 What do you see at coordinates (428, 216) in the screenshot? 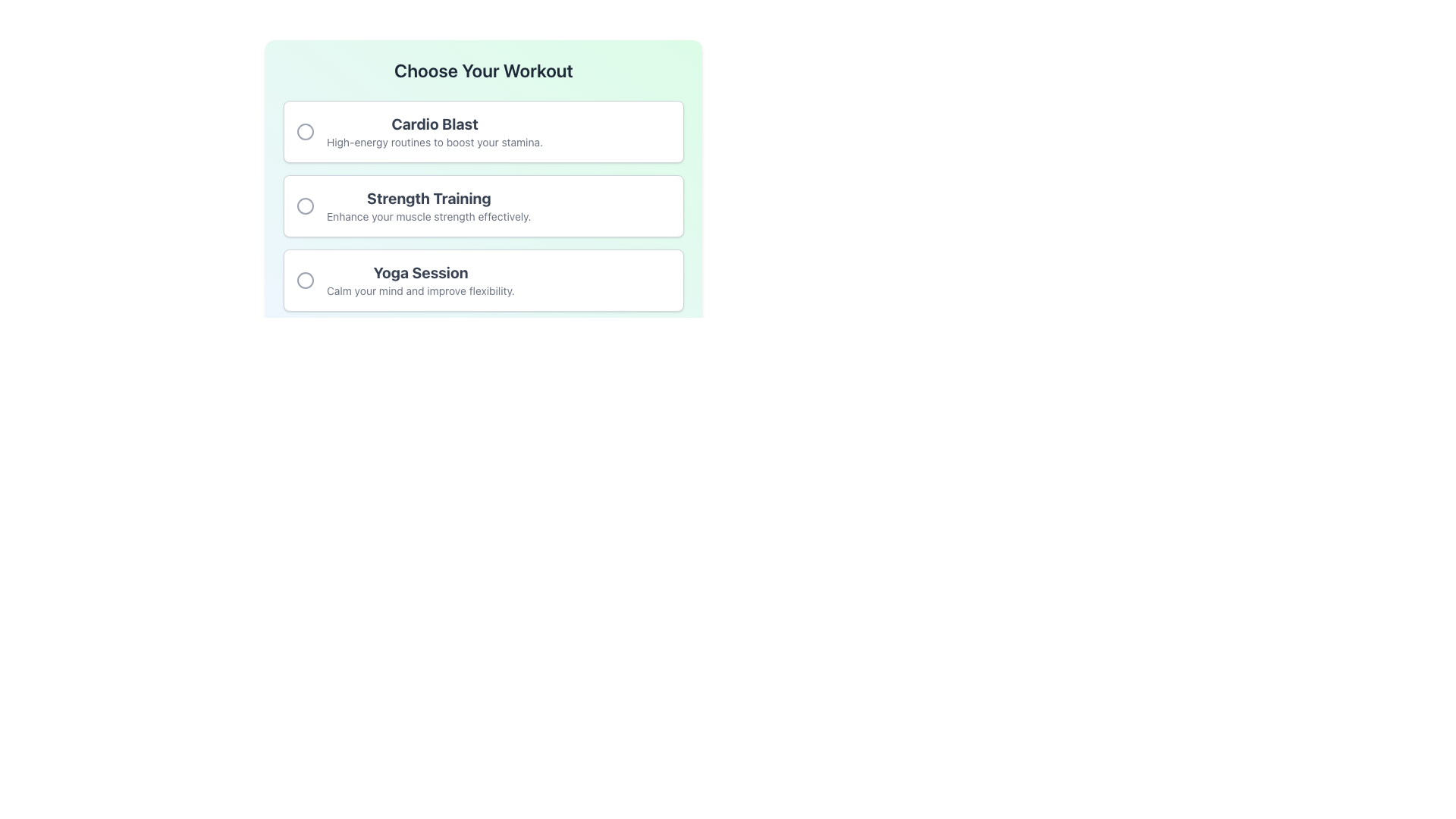
I see `the text label that provides additional descriptive information about the 'Strength Training' option, positioned below the bold title 'Strength Training'` at bounding box center [428, 216].